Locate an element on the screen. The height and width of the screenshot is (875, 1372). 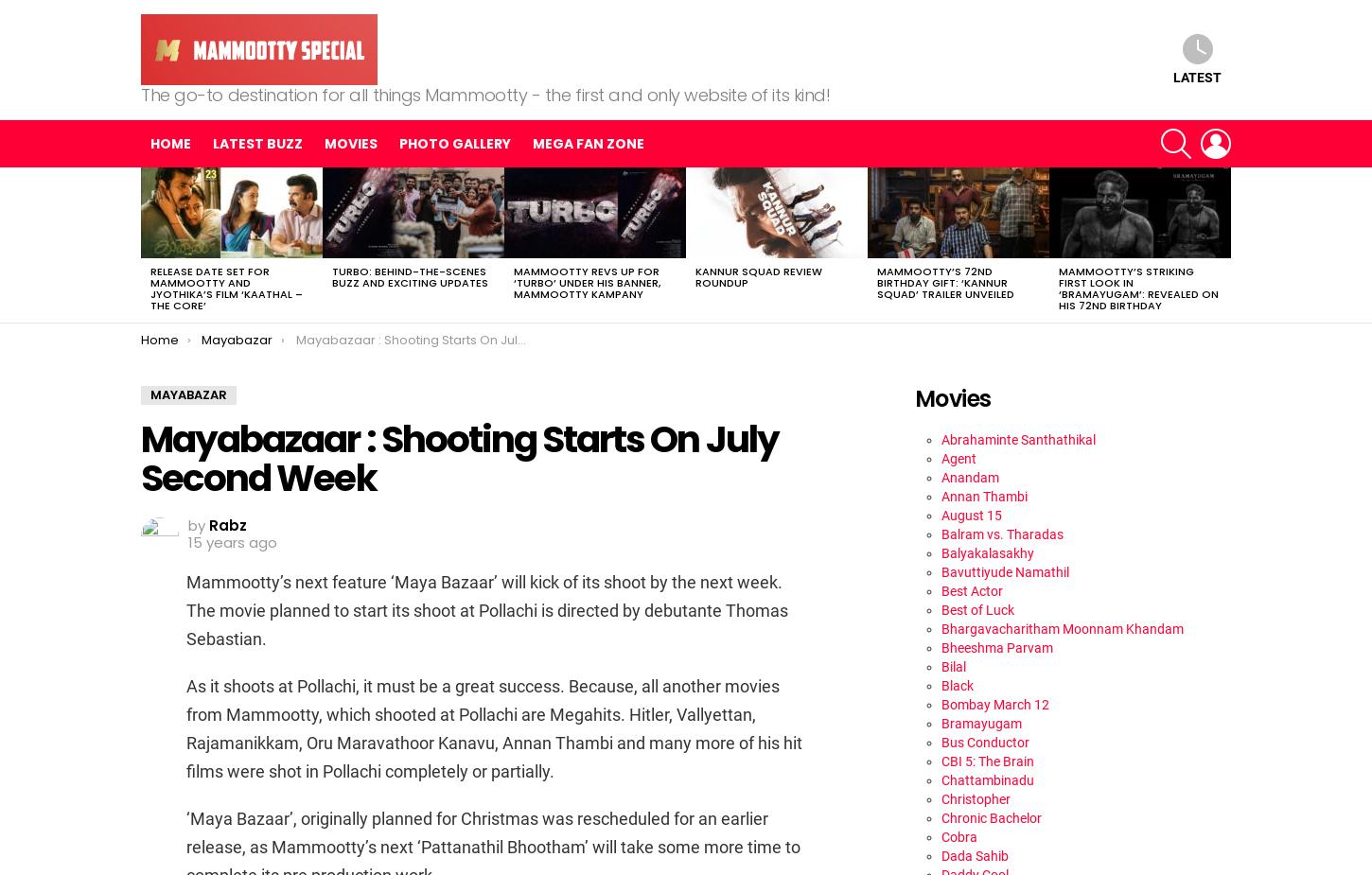
'Bombay March 12' is located at coordinates (994, 703).